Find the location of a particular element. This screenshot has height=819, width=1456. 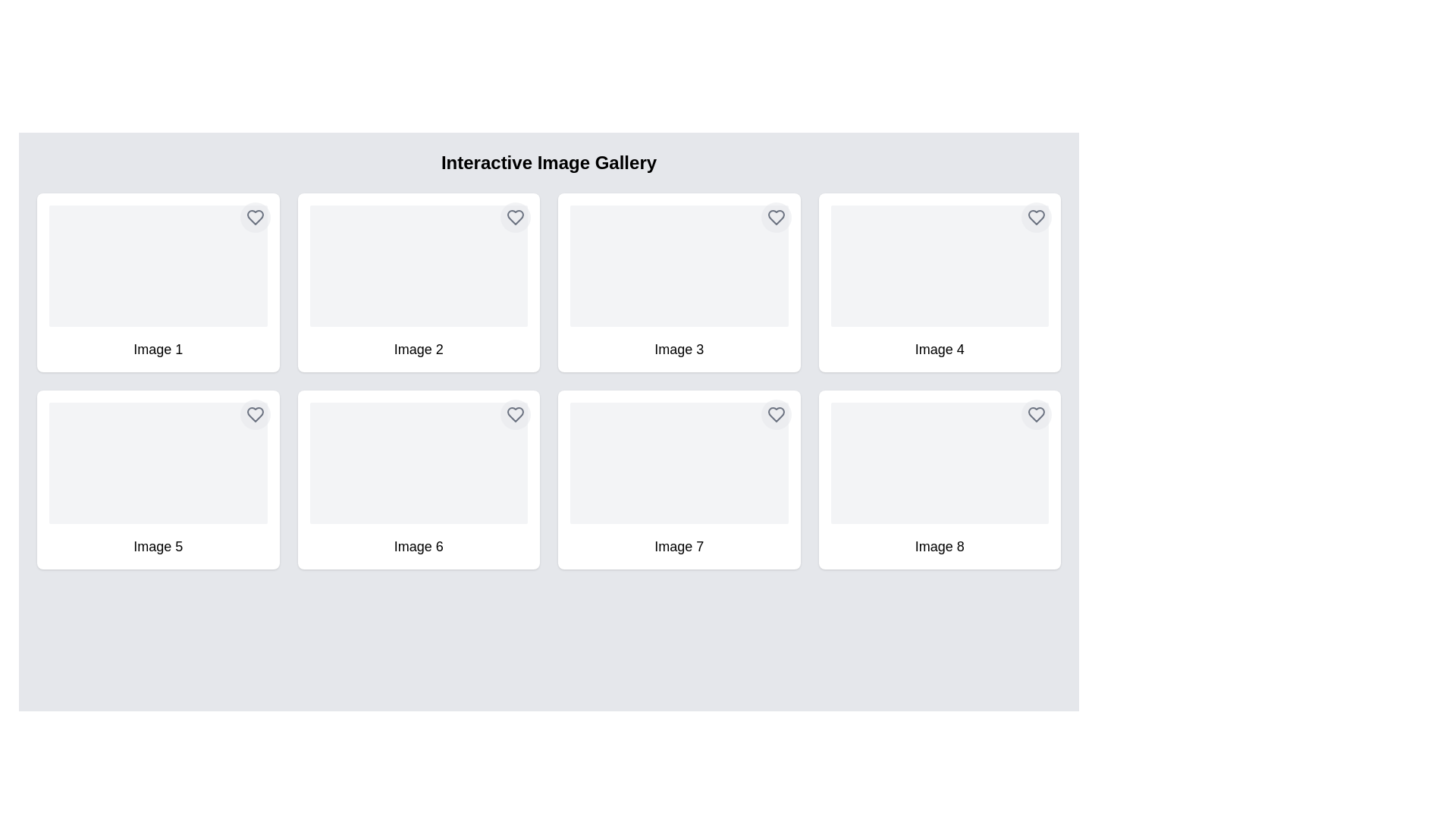

the descriptive text label for the eighth image tile in the 'Interactive Image Gallery', which is located at the bottom center of the tile, below an image placeholder and interactive elements is located at coordinates (939, 547).